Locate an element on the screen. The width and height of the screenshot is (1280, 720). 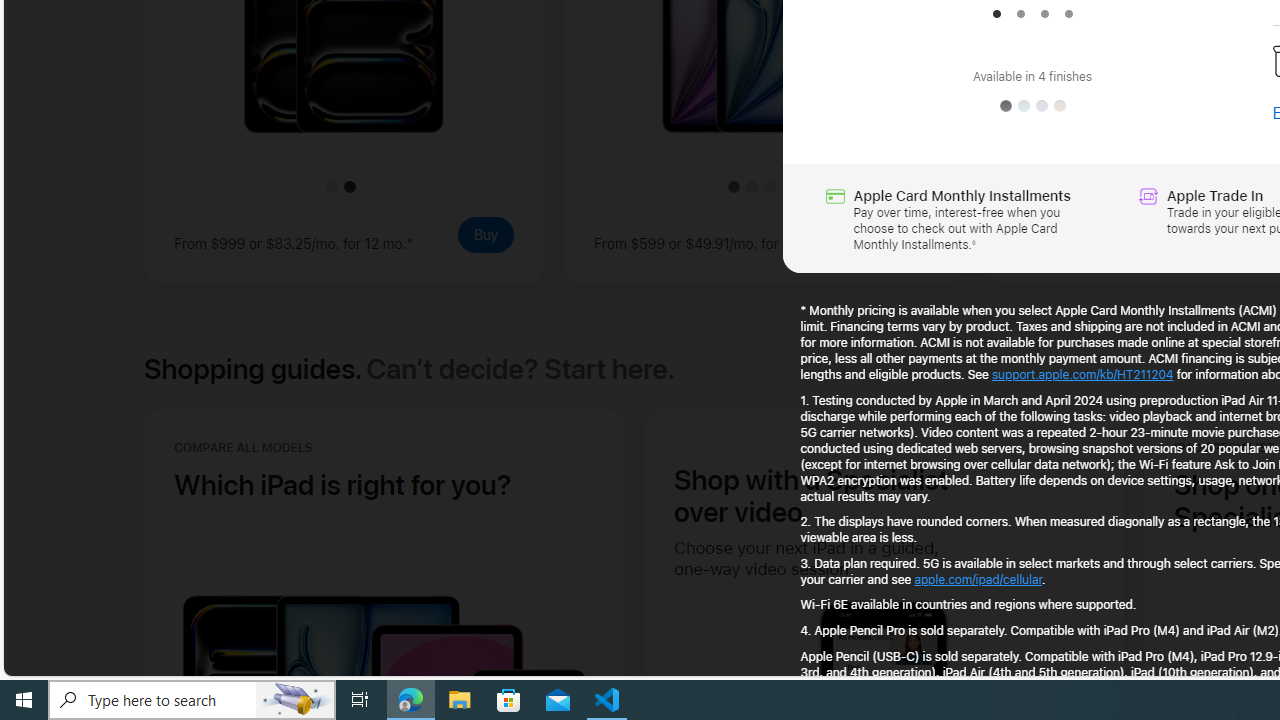
'Starlight' is located at coordinates (1058, 106).